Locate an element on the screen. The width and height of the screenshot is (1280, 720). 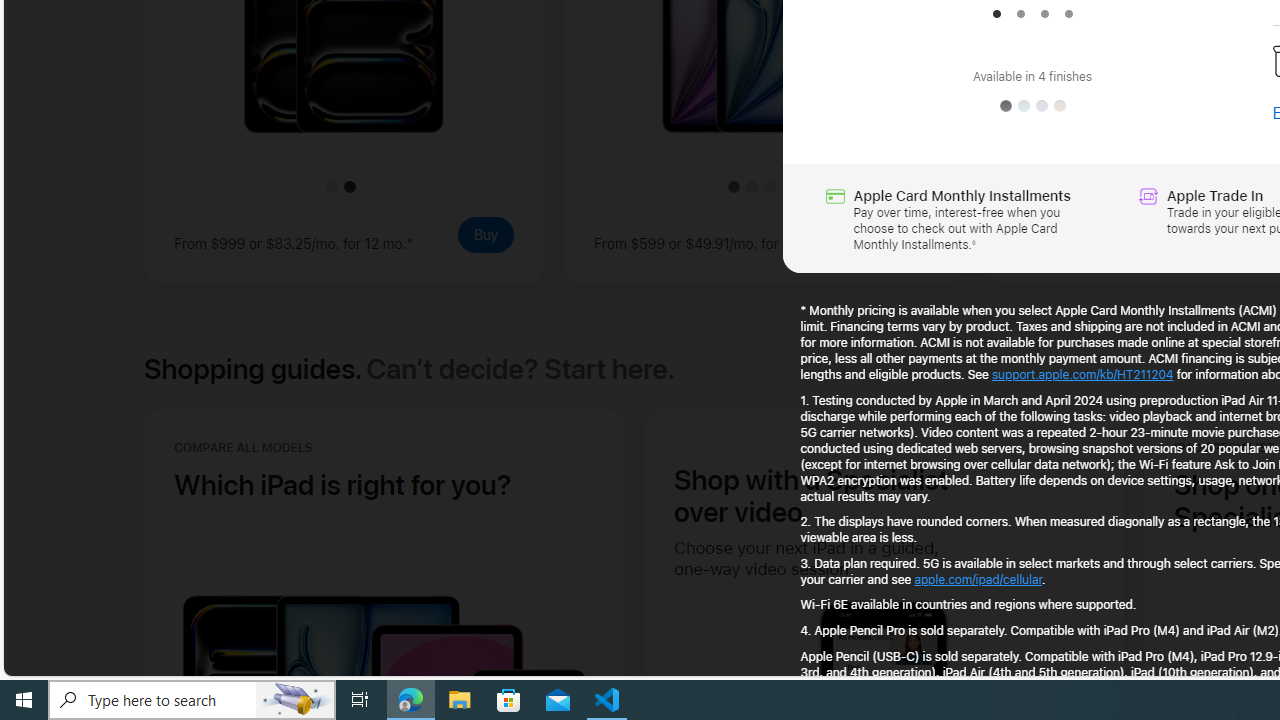
'Starlight' is located at coordinates (1058, 106).